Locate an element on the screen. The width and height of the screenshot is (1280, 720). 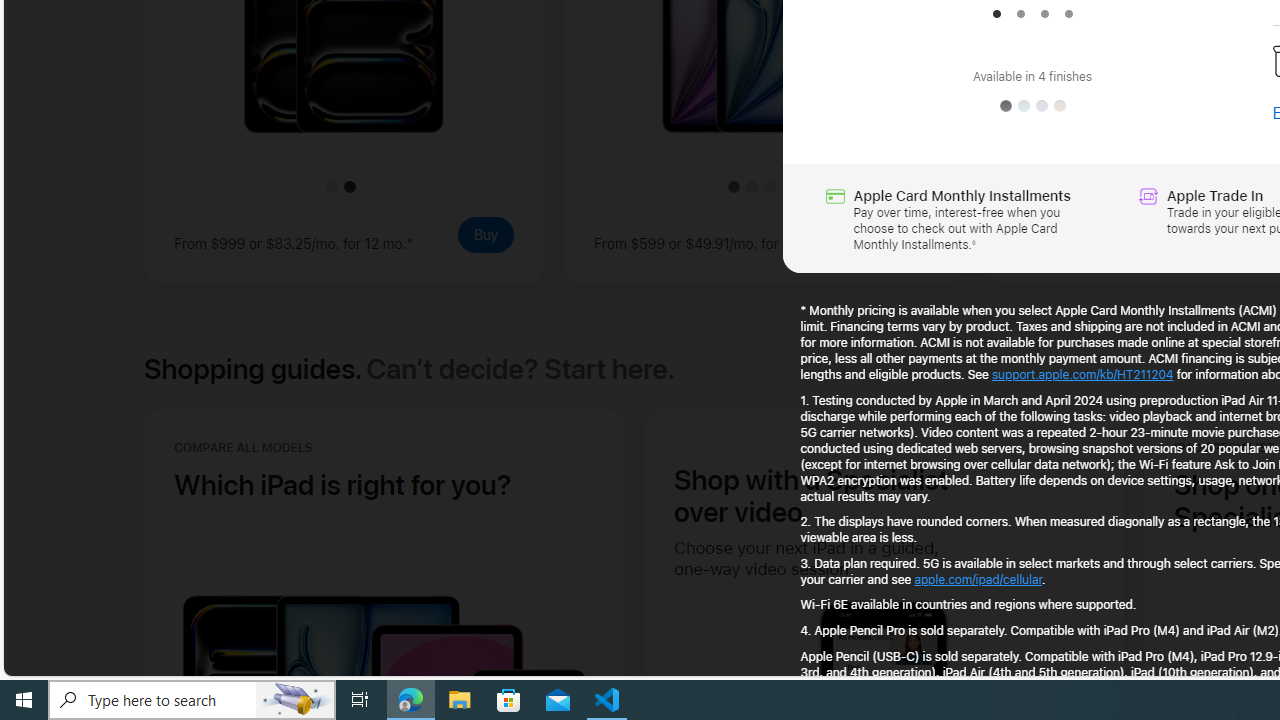
'Starlight' is located at coordinates (1058, 106).